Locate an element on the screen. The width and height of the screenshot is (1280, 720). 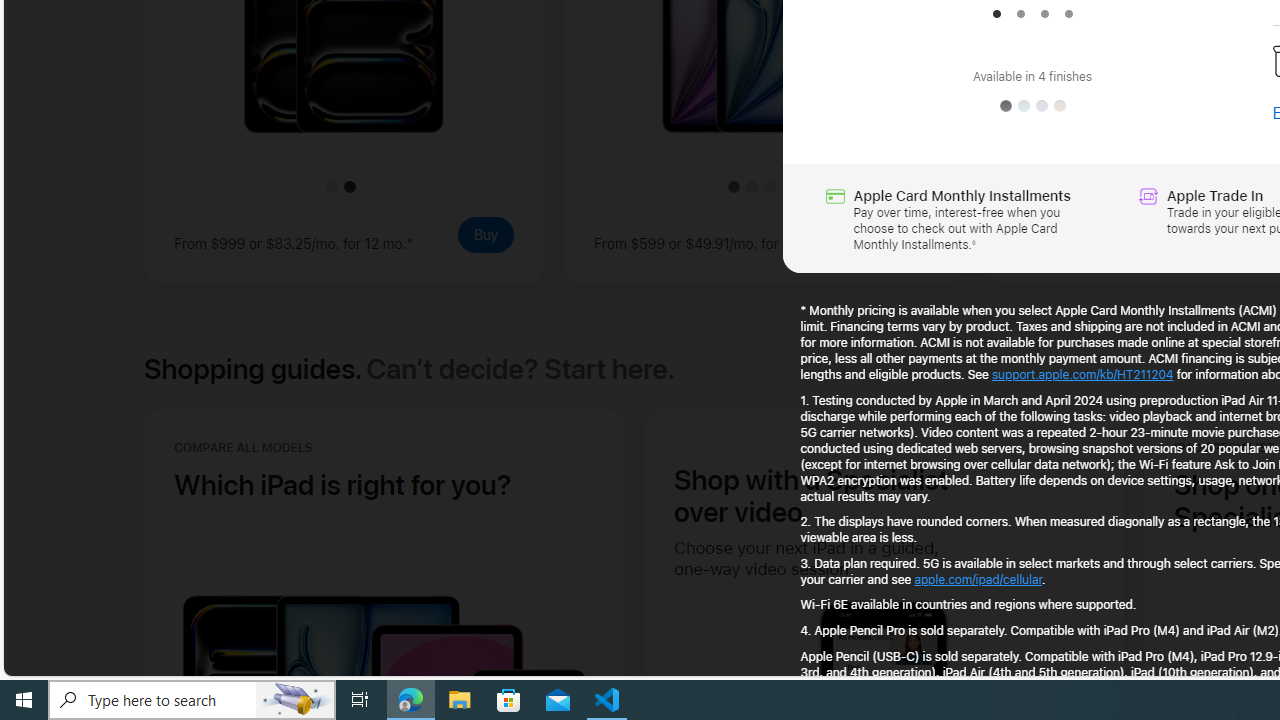
'Starlight' is located at coordinates (1058, 106).